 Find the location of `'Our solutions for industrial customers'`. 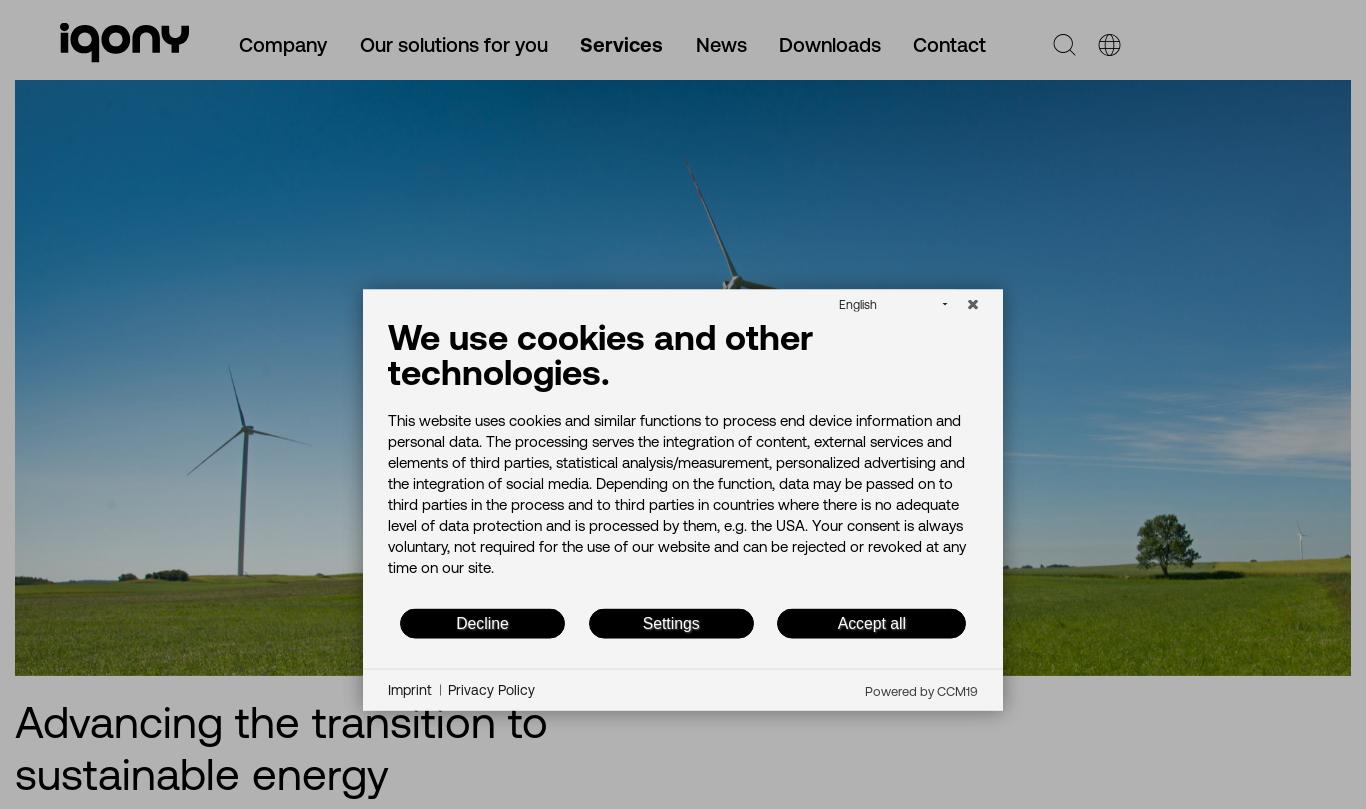

'Our solutions for industrial customers' is located at coordinates (237, 290).